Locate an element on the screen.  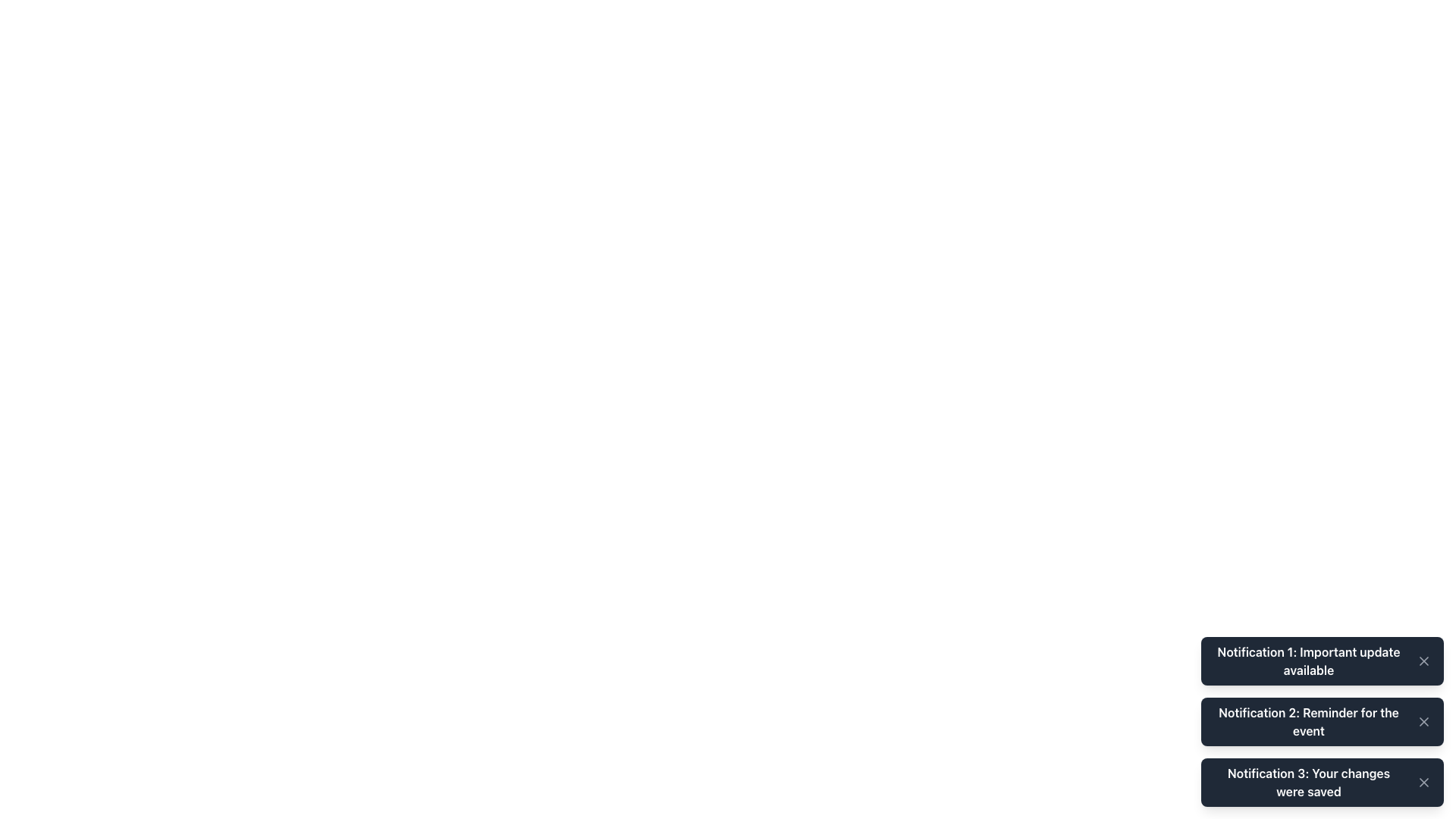
the notification card in the lower-right corner that informs the user about successfully saved changes is located at coordinates (1321, 783).